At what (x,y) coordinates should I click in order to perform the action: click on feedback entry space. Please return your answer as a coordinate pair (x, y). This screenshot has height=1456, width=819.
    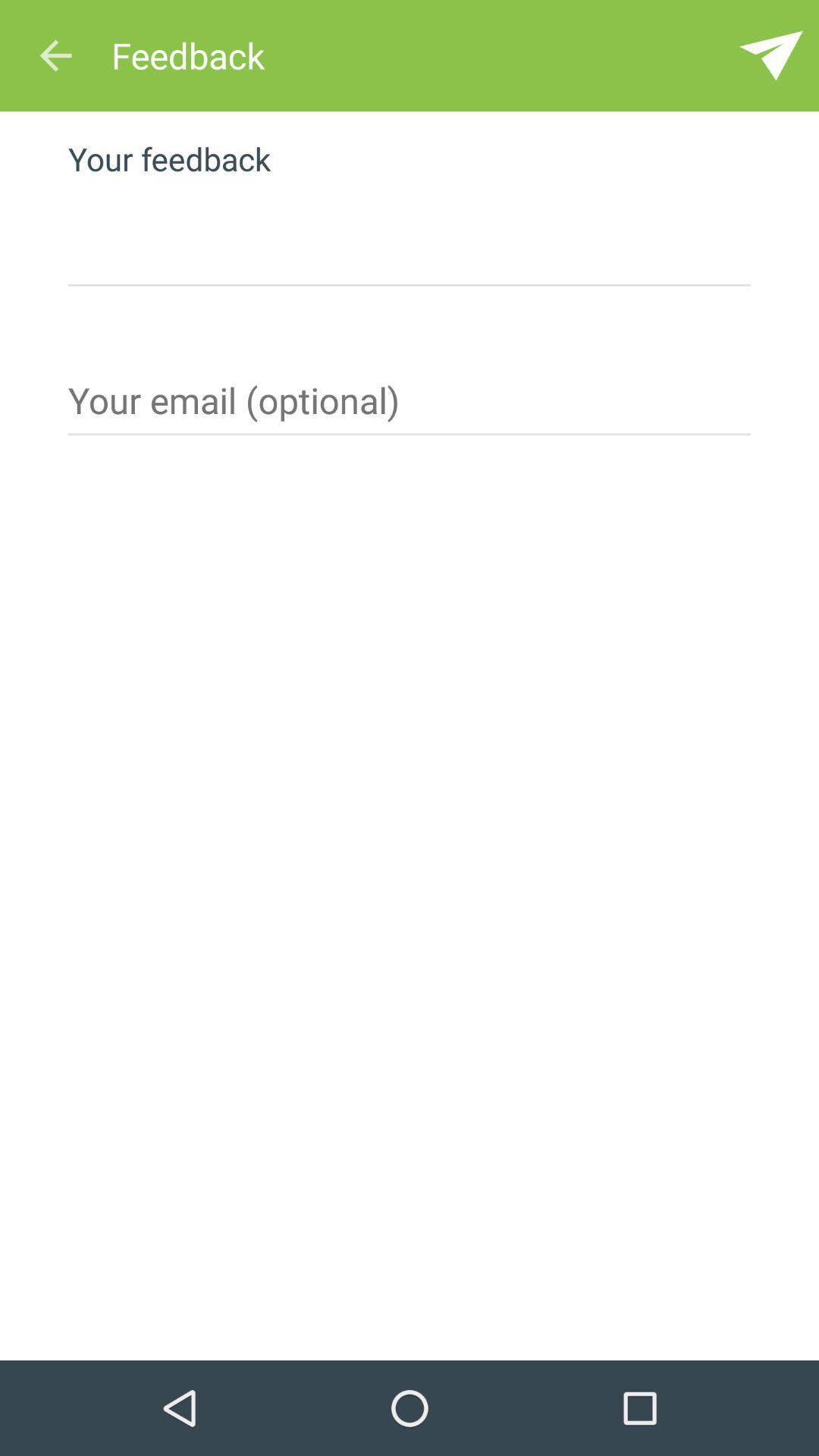
    Looking at the image, I should click on (409, 235).